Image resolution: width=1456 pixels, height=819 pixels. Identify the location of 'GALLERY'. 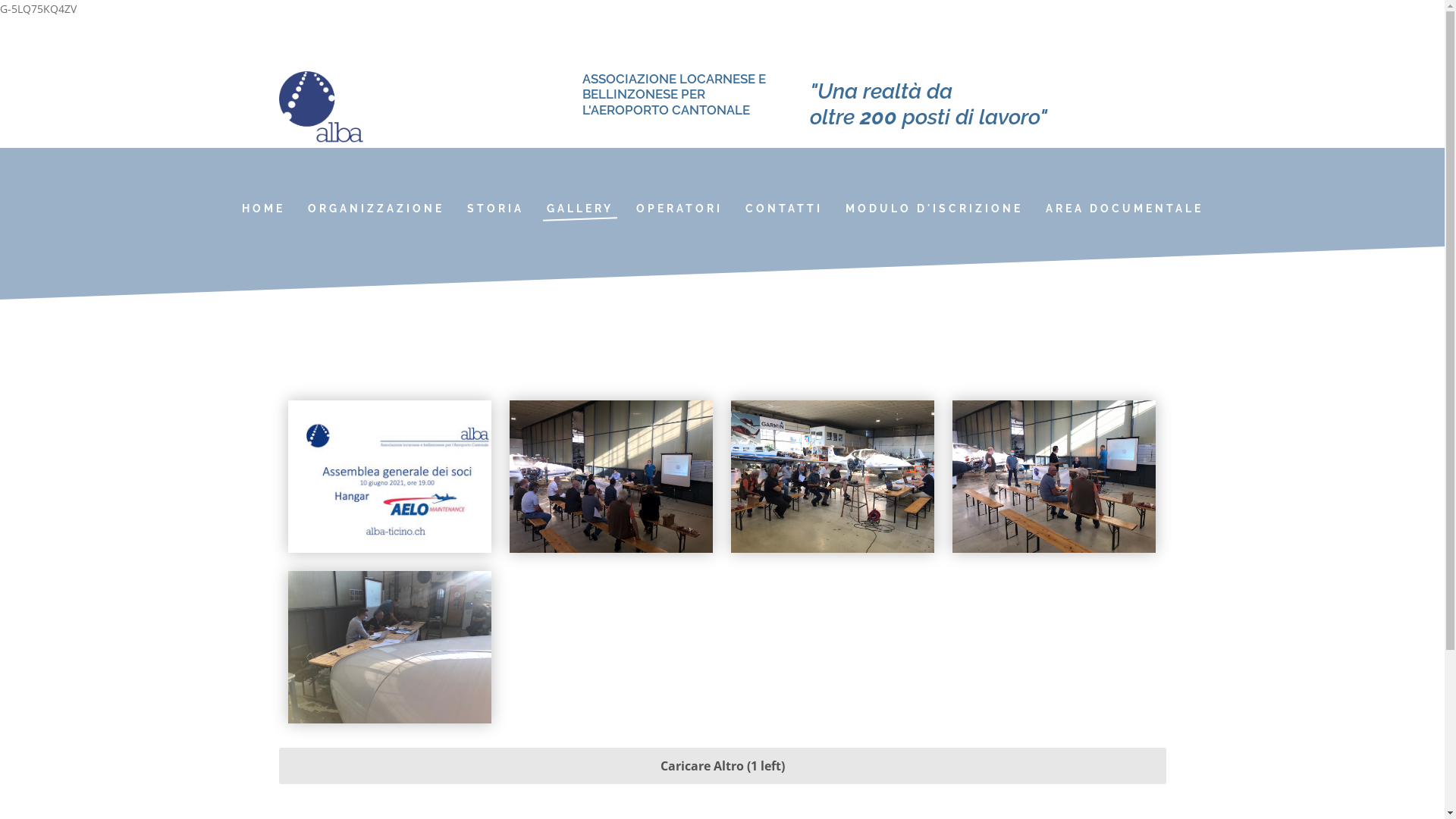
(579, 208).